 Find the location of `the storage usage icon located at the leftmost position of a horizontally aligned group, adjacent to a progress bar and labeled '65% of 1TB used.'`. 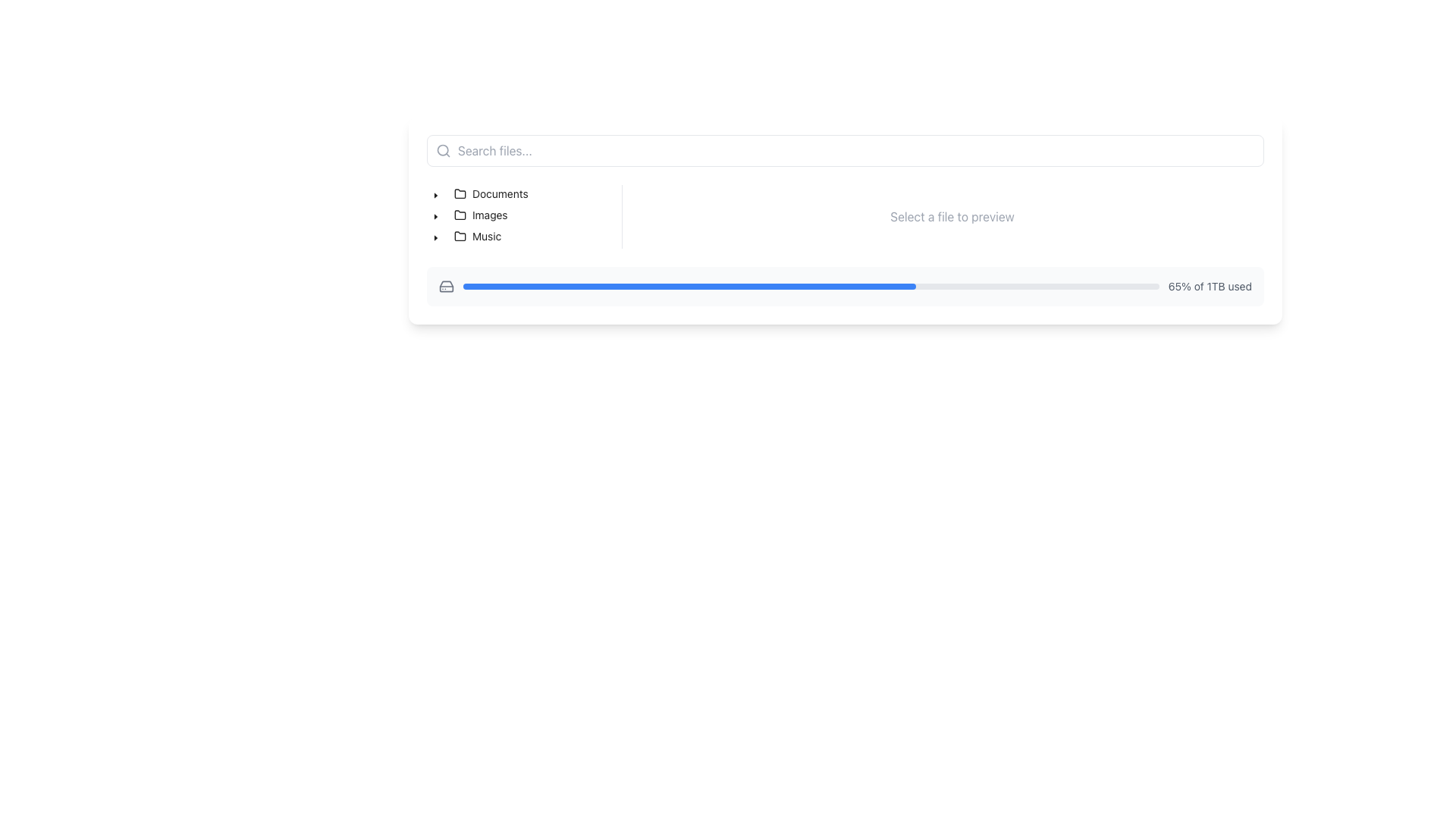

the storage usage icon located at the leftmost position of a horizontally aligned group, adjacent to a progress bar and labeled '65% of 1TB used.' is located at coordinates (446, 287).